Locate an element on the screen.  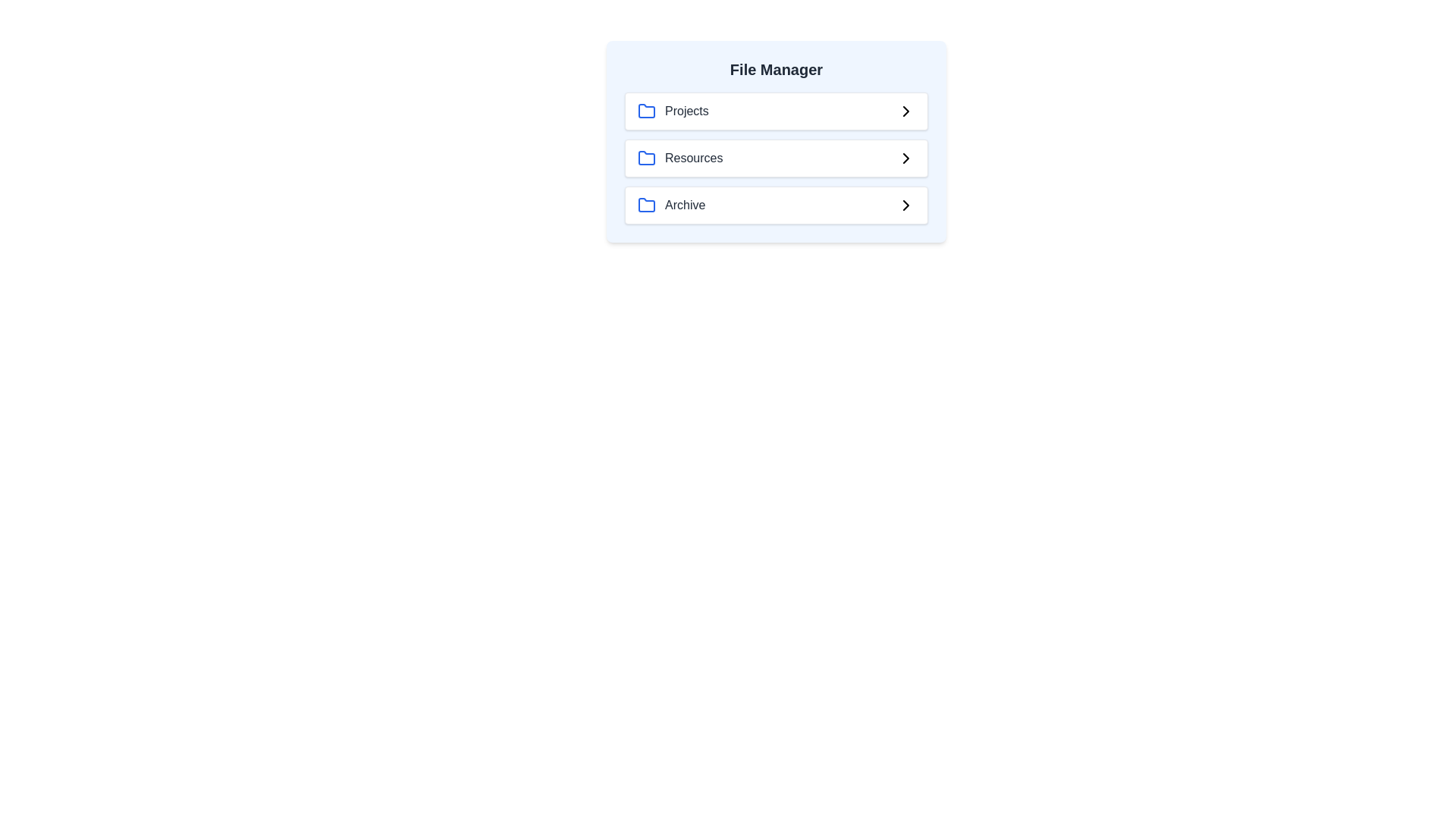
the second horizontally composed list entry with an icon and text label in the 'File Manager' panel is located at coordinates (679, 158).